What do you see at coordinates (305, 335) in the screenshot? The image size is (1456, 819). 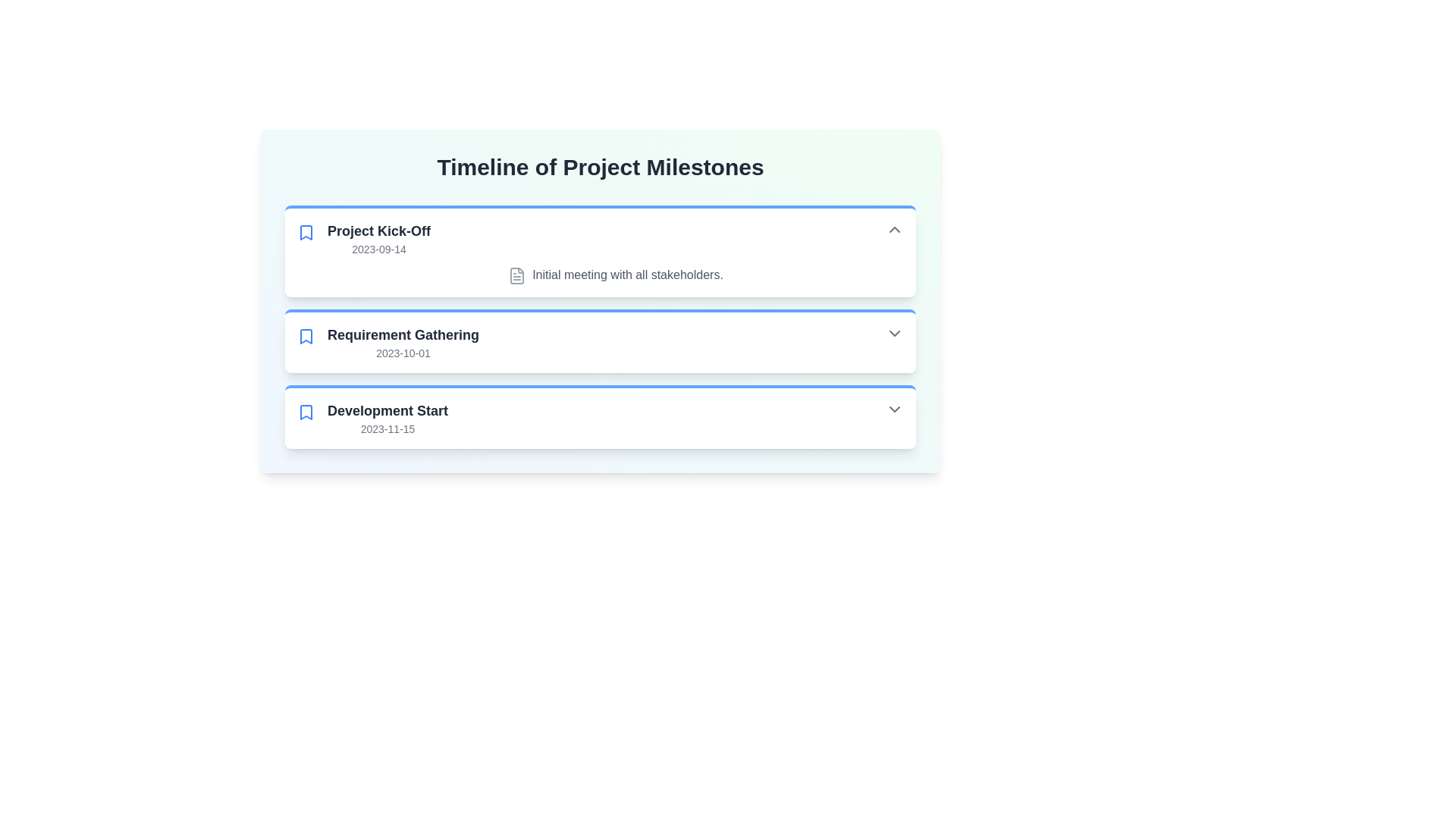 I see `the bookmarking icon located in the second milestone card of the timeline, positioned to the left of the 'Requirement Gathering' label and above the date (2023-10-01)` at bounding box center [305, 335].